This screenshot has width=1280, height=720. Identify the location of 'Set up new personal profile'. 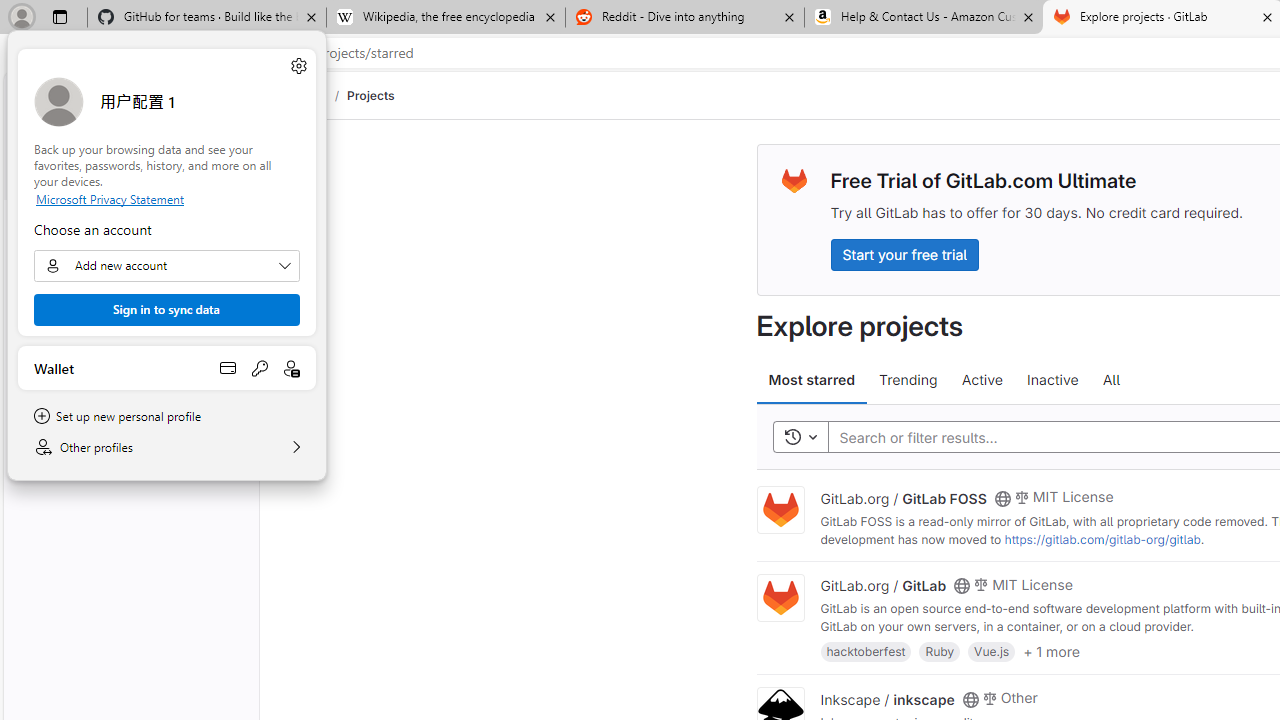
(167, 415).